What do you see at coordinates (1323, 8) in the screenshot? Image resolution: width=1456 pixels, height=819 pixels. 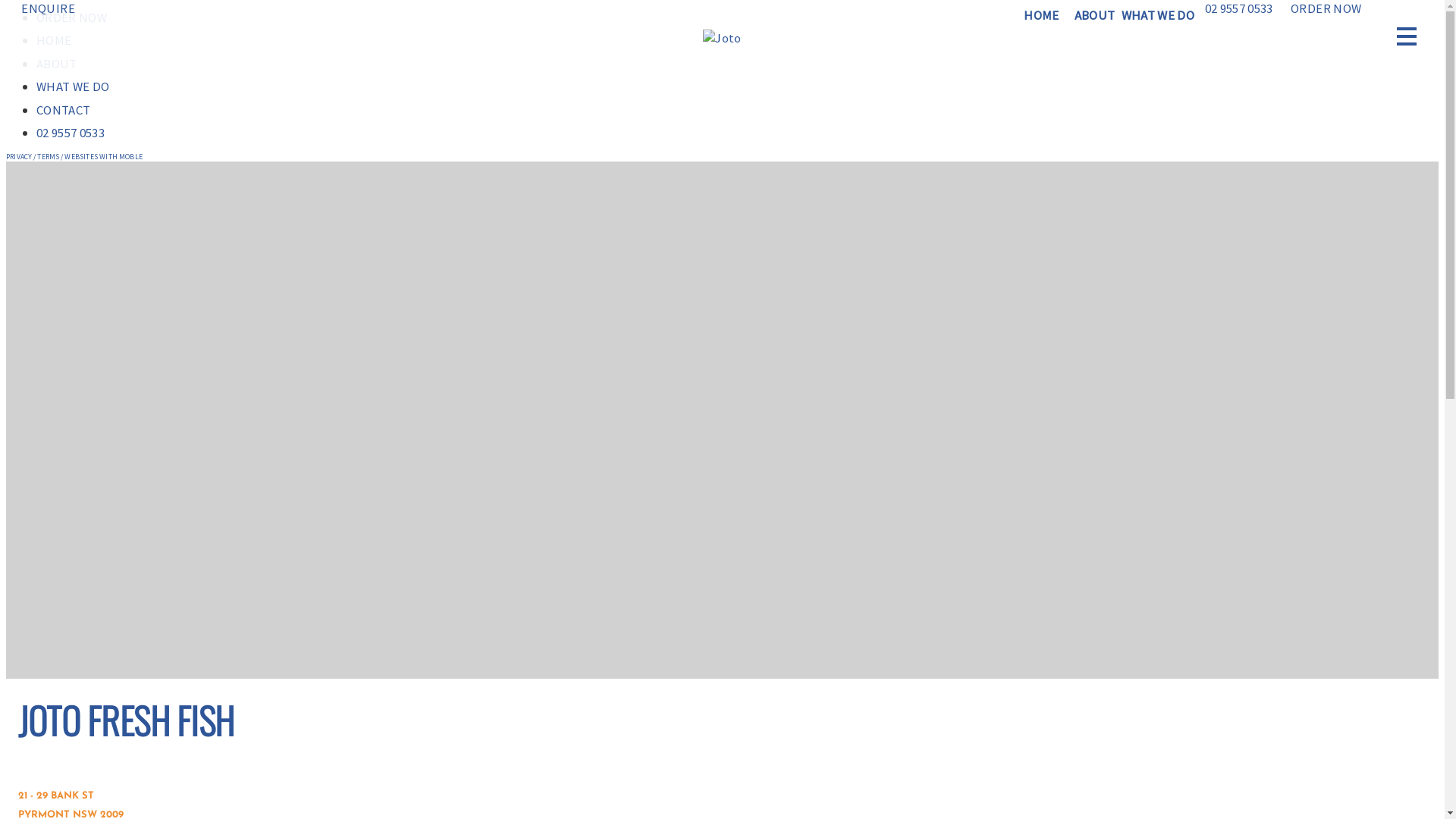 I see `'ORDER NOW'` at bounding box center [1323, 8].